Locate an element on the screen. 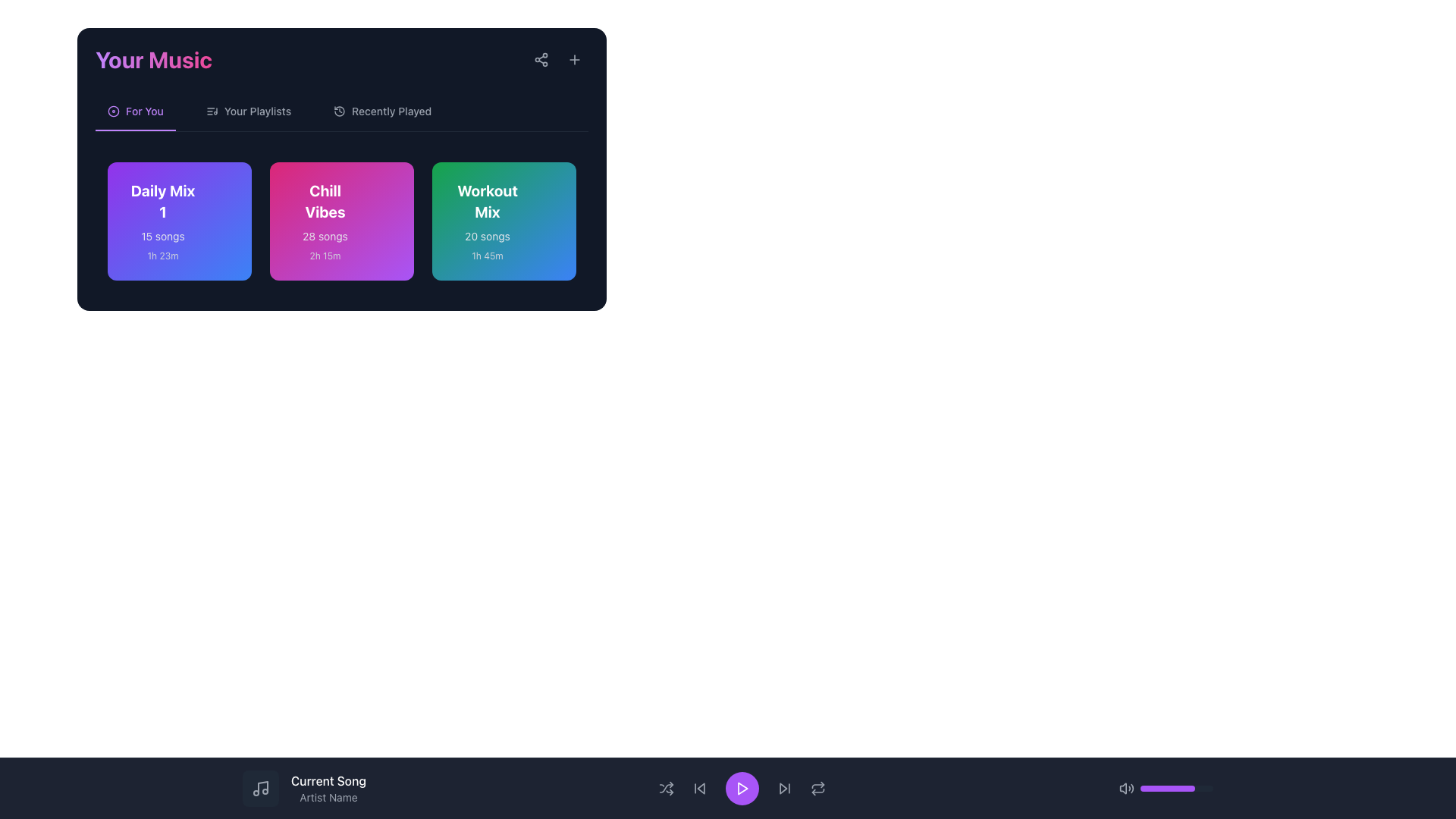 The height and width of the screenshot is (819, 1456). the 'Chill Vibes' card, which has a gradient background from pink to purple and displays the title in bold white text is located at coordinates (341, 169).